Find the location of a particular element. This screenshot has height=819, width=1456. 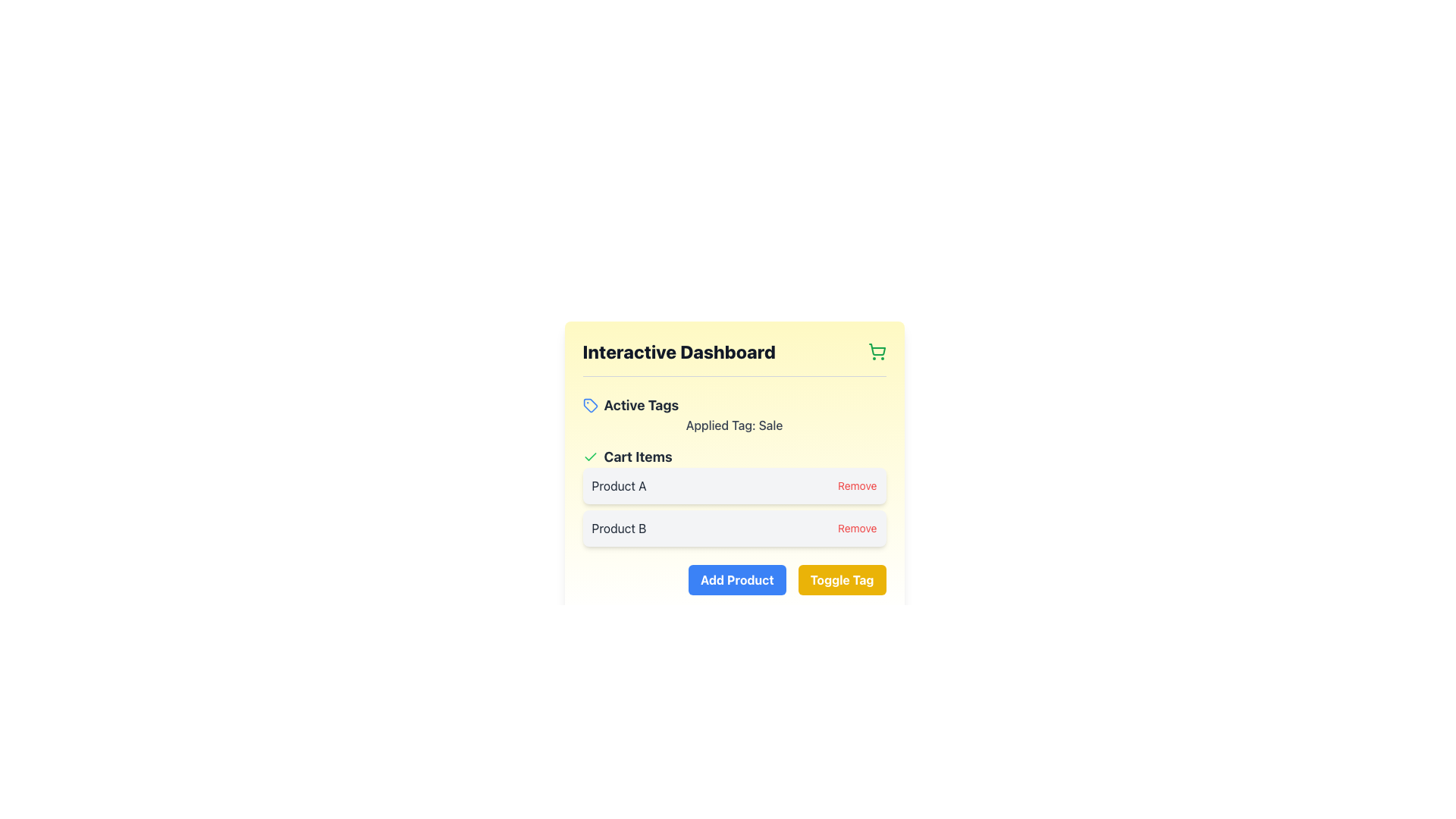

the shopping cart icon located at the top-right corner of the 'Interactive Dashboard' section is located at coordinates (877, 351).